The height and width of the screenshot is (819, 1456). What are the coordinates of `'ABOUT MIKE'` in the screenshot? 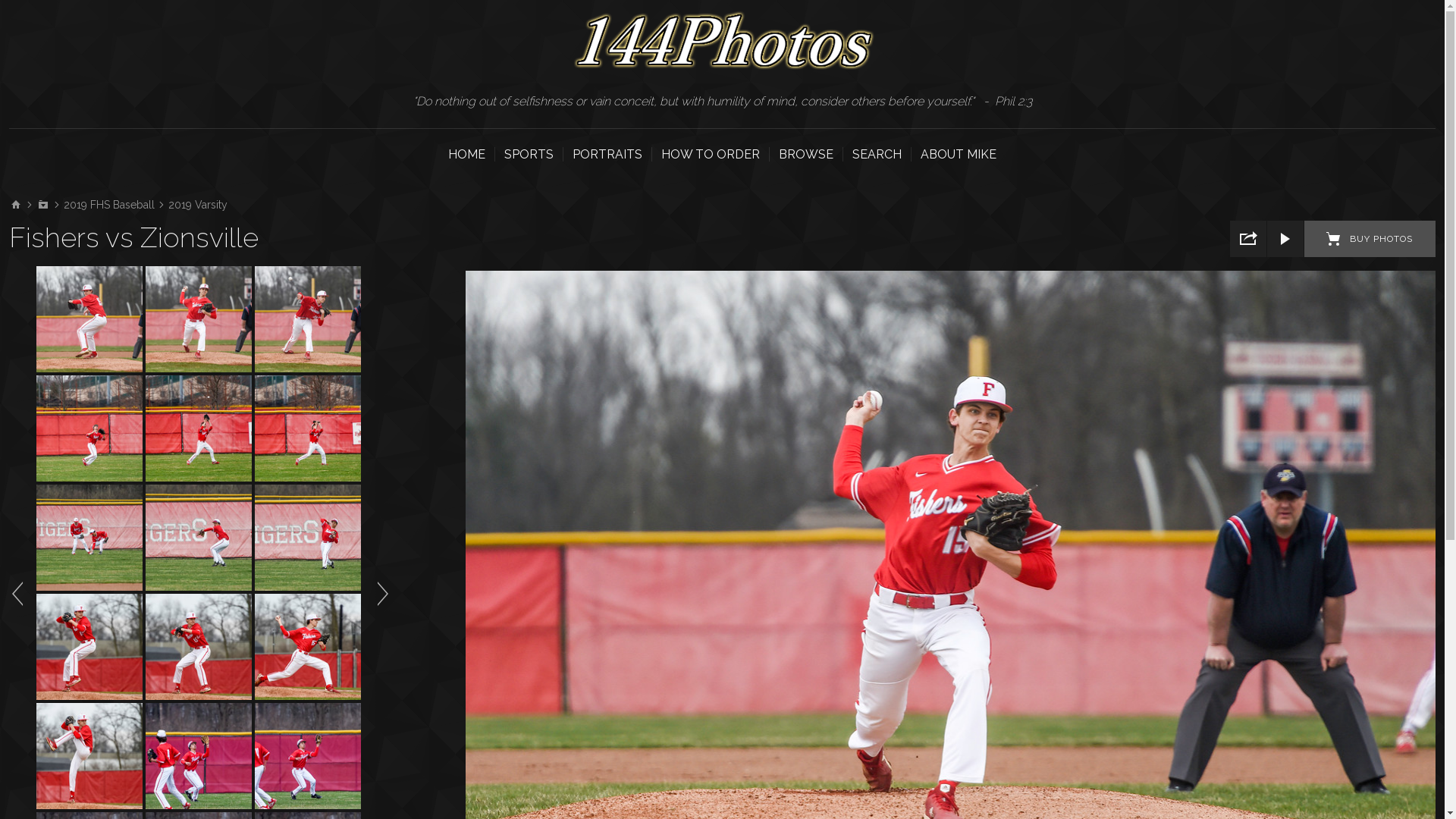 It's located at (957, 154).